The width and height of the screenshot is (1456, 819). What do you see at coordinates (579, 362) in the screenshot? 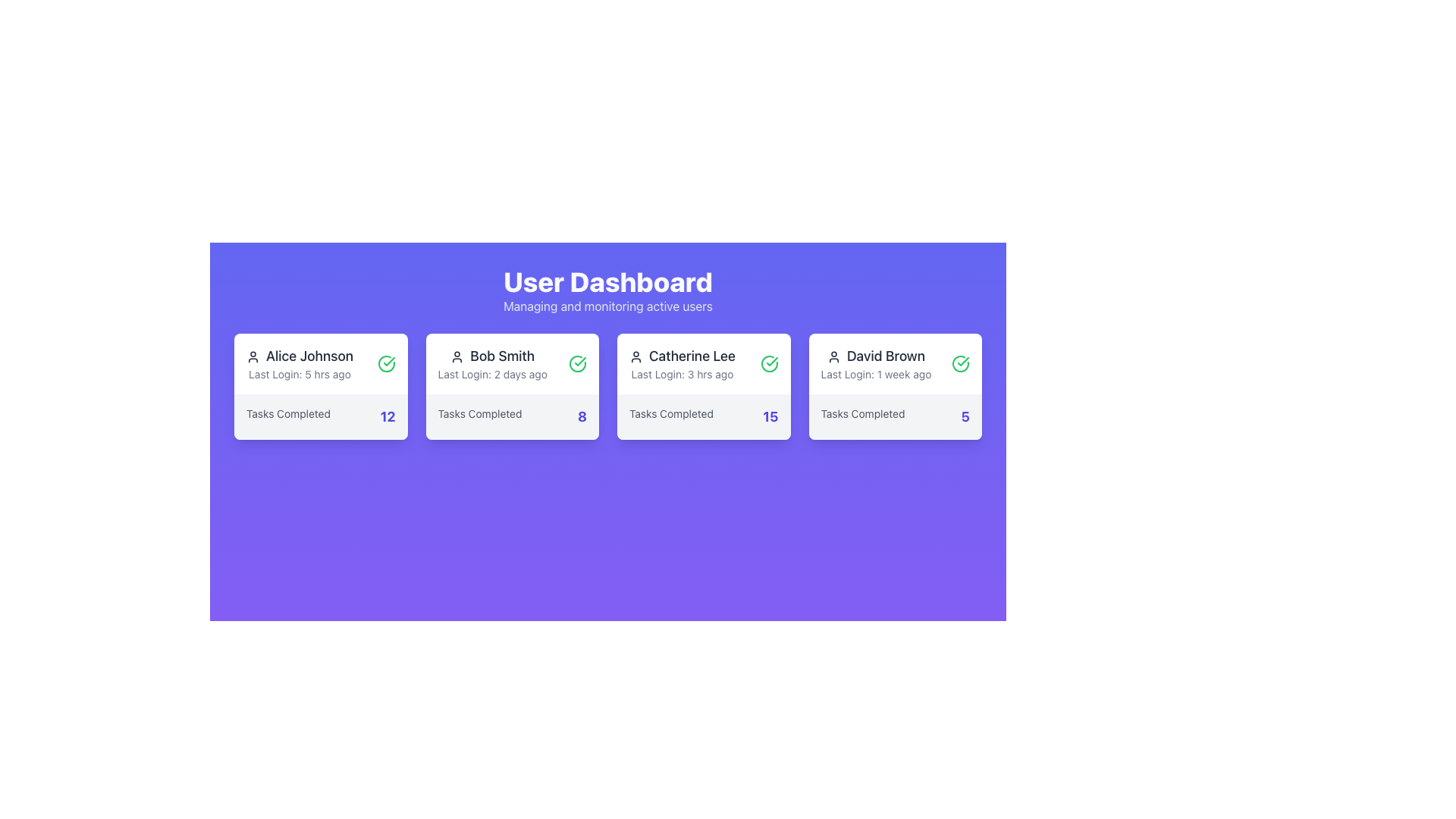
I see `the checkmark icon indicating verified status for the user profile 'David Brown'` at bounding box center [579, 362].